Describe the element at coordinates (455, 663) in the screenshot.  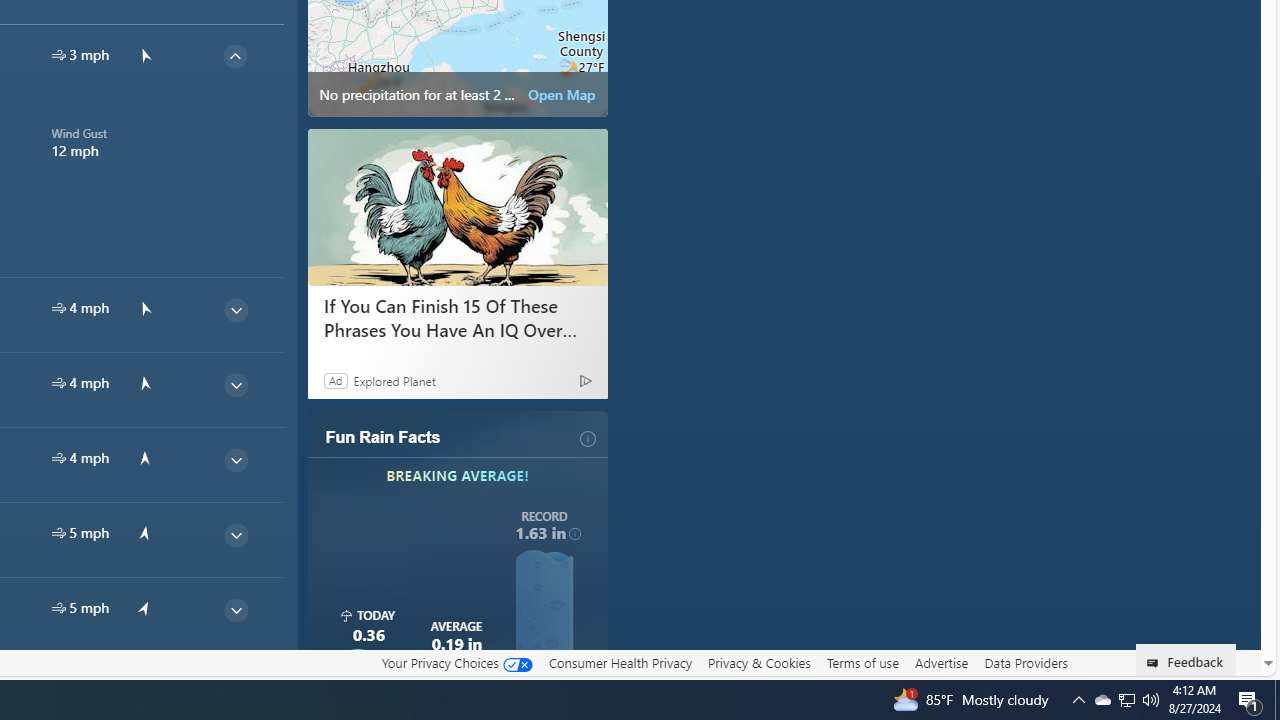
I see `'Your Privacy Choices'` at that location.